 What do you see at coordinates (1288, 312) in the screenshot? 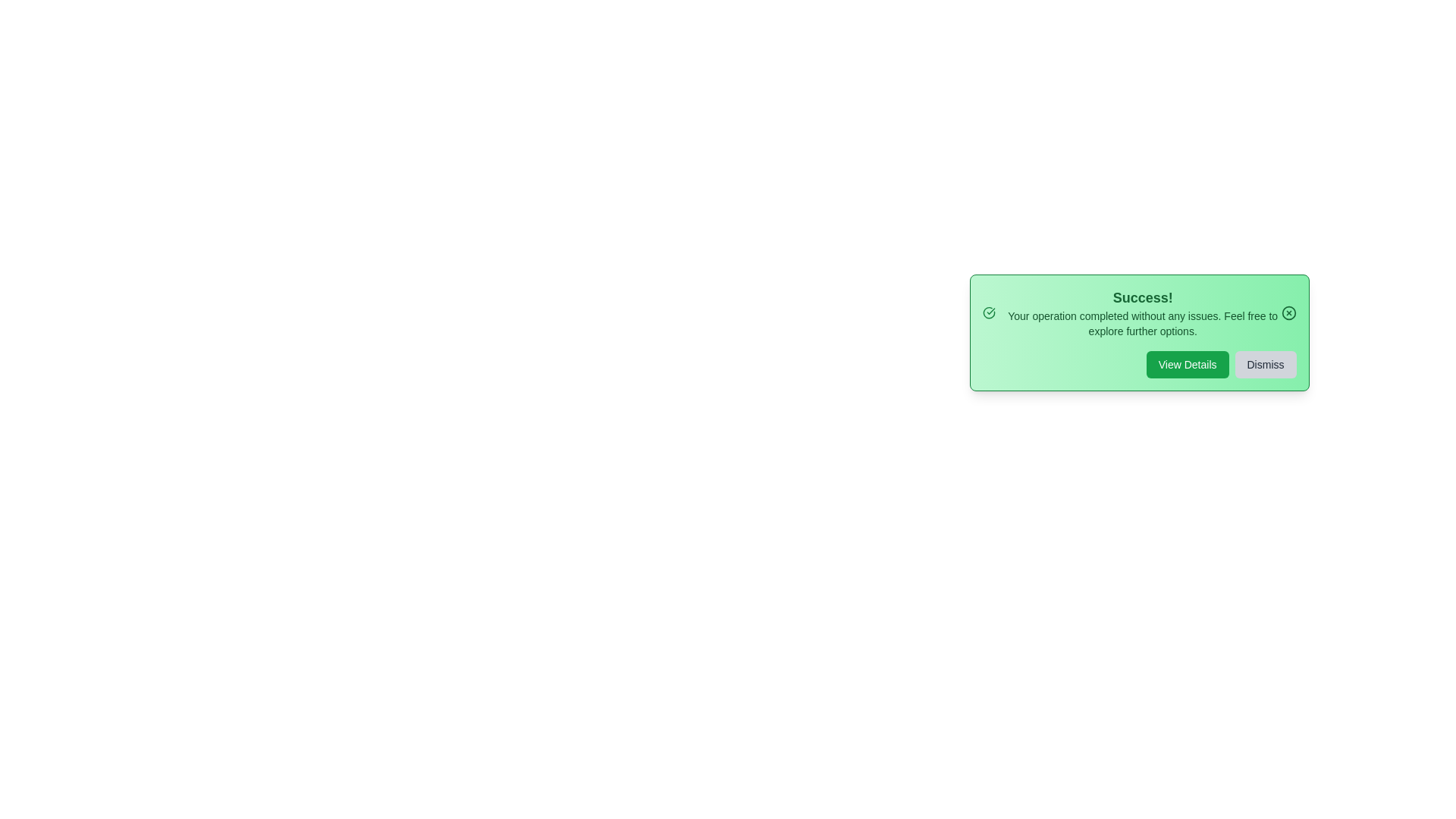
I see `the close button to dismiss the alert` at bounding box center [1288, 312].